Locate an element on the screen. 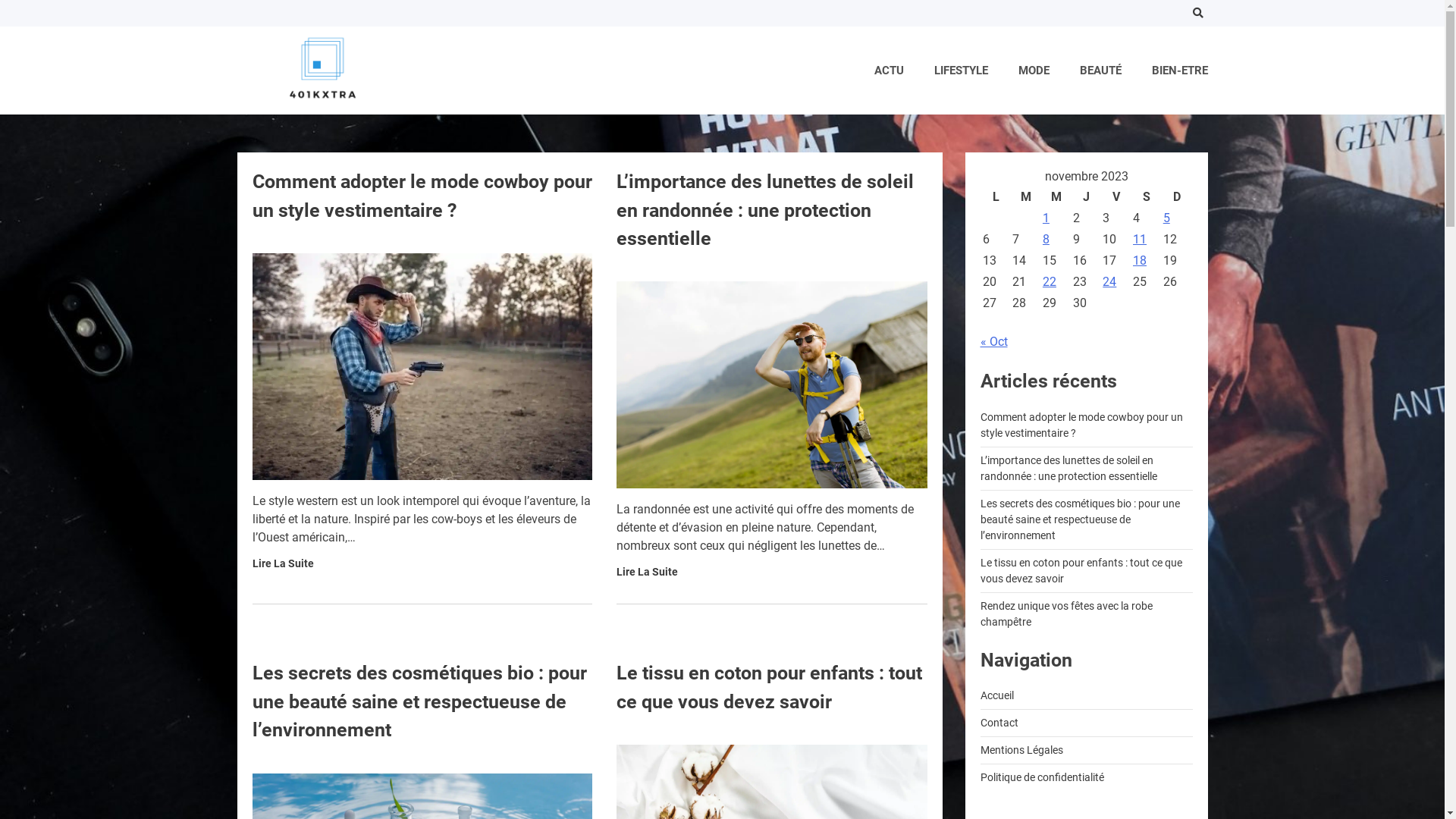 The height and width of the screenshot is (819, 1456). '24' is located at coordinates (1109, 281).